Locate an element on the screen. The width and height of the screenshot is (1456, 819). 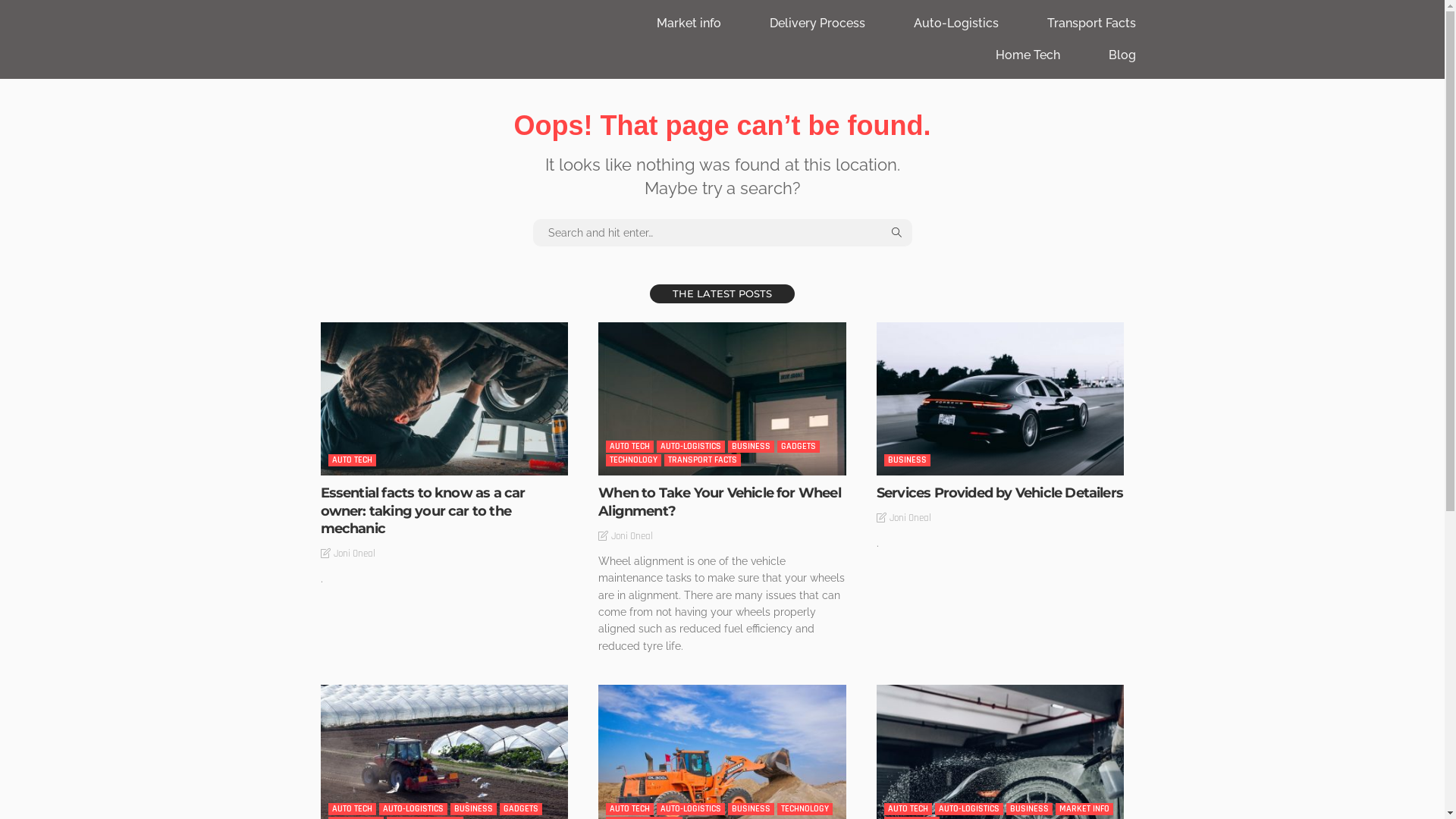
'Market info' is located at coordinates (688, 23).